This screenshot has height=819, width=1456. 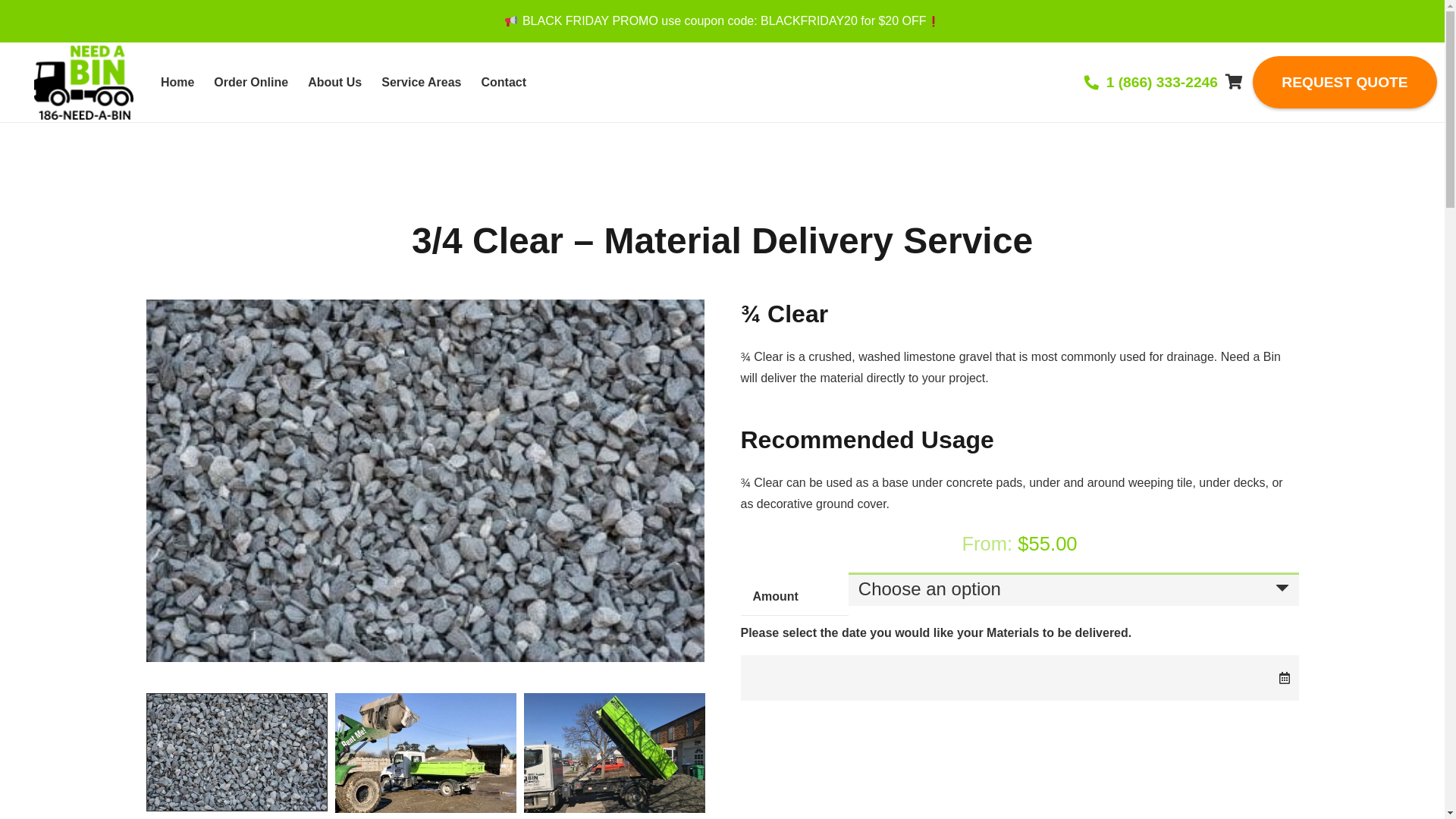 What do you see at coordinates (334, 82) in the screenshot?
I see `'About Us'` at bounding box center [334, 82].